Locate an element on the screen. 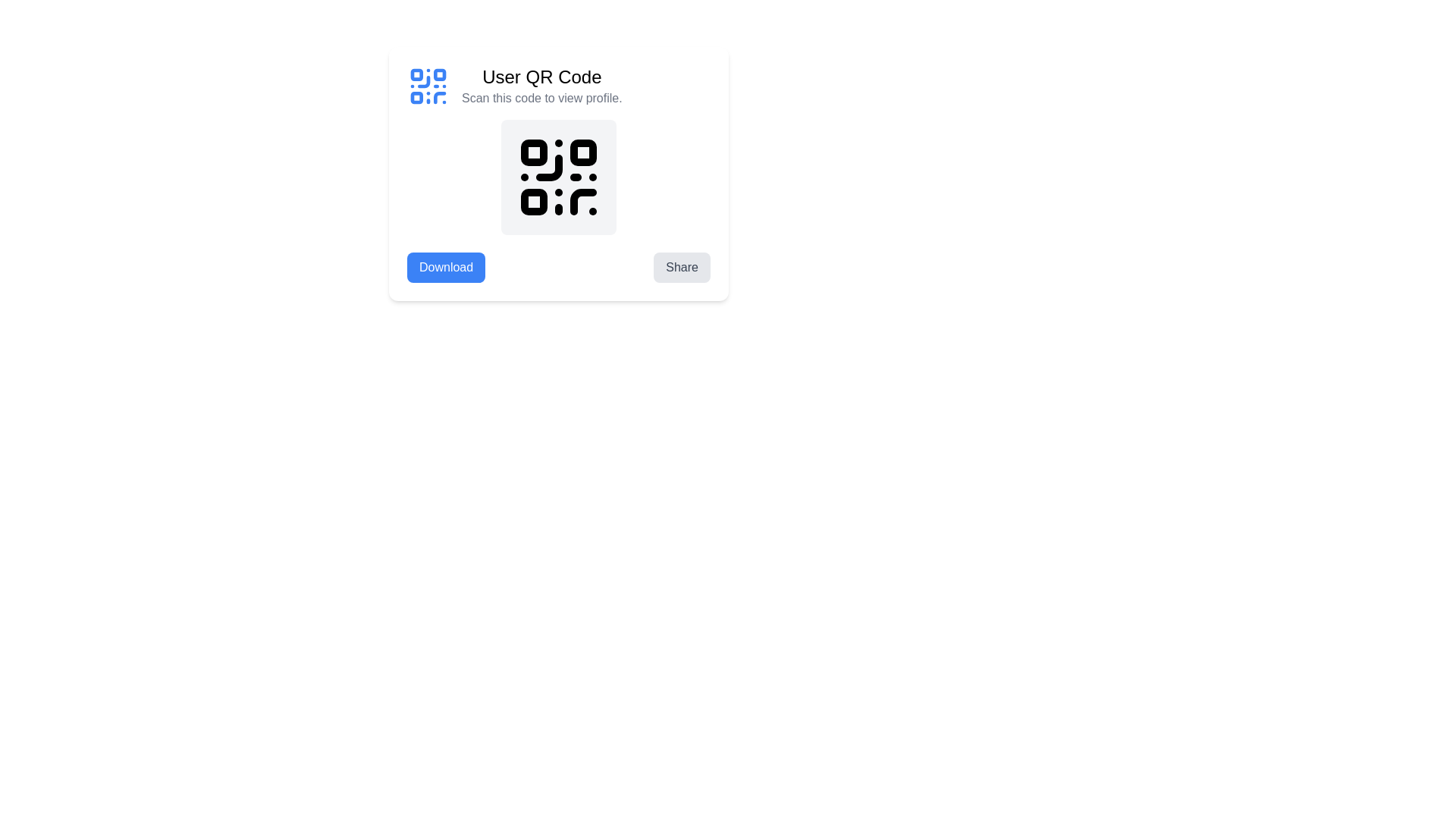 The height and width of the screenshot is (819, 1456). the curved pattern icon located in the upper half of the QR code graphic, situated on the left side among other QR code components is located at coordinates (548, 168).